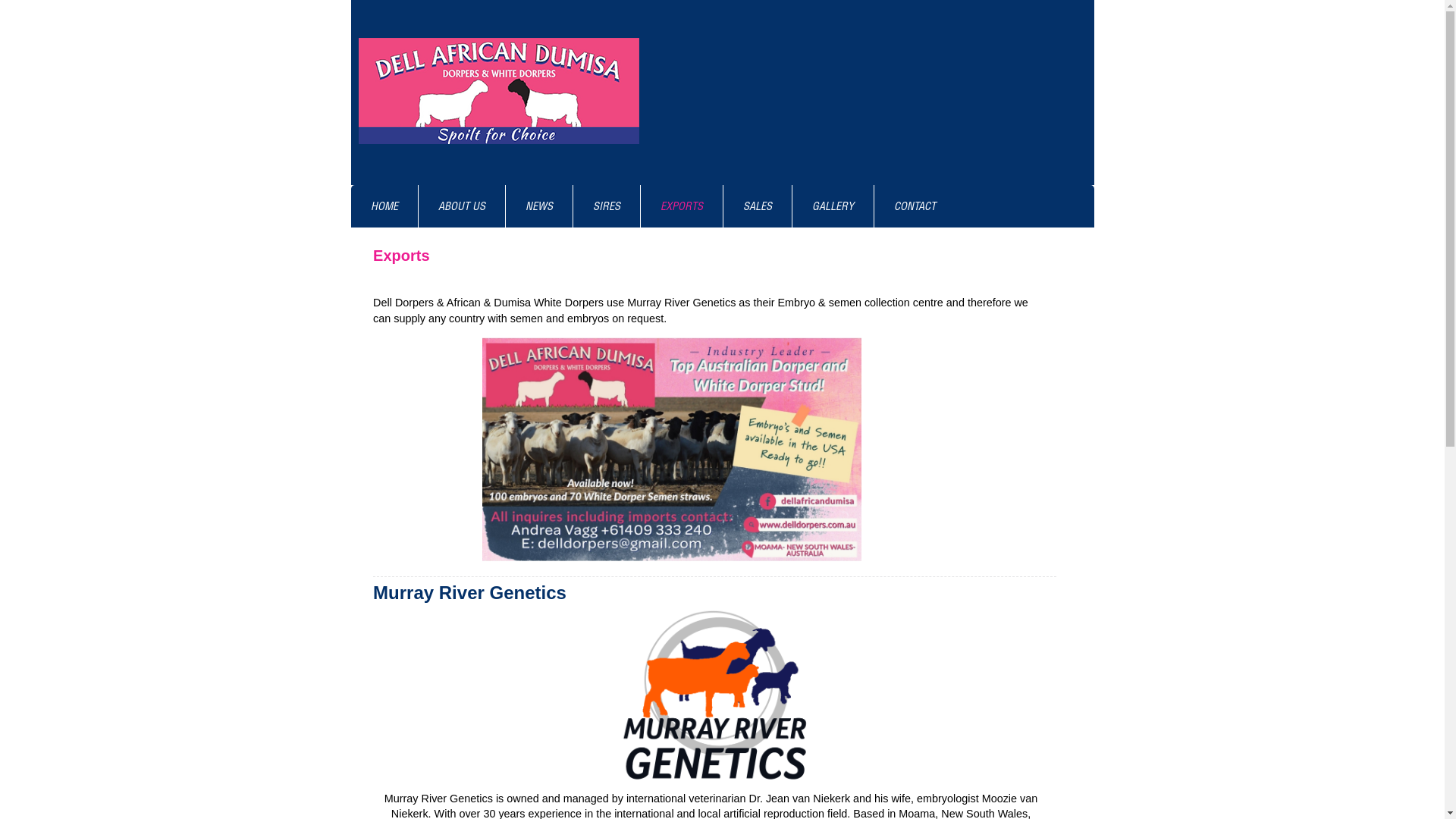 The width and height of the screenshot is (1456, 819). I want to click on 'EXPORTS', so click(679, 206).